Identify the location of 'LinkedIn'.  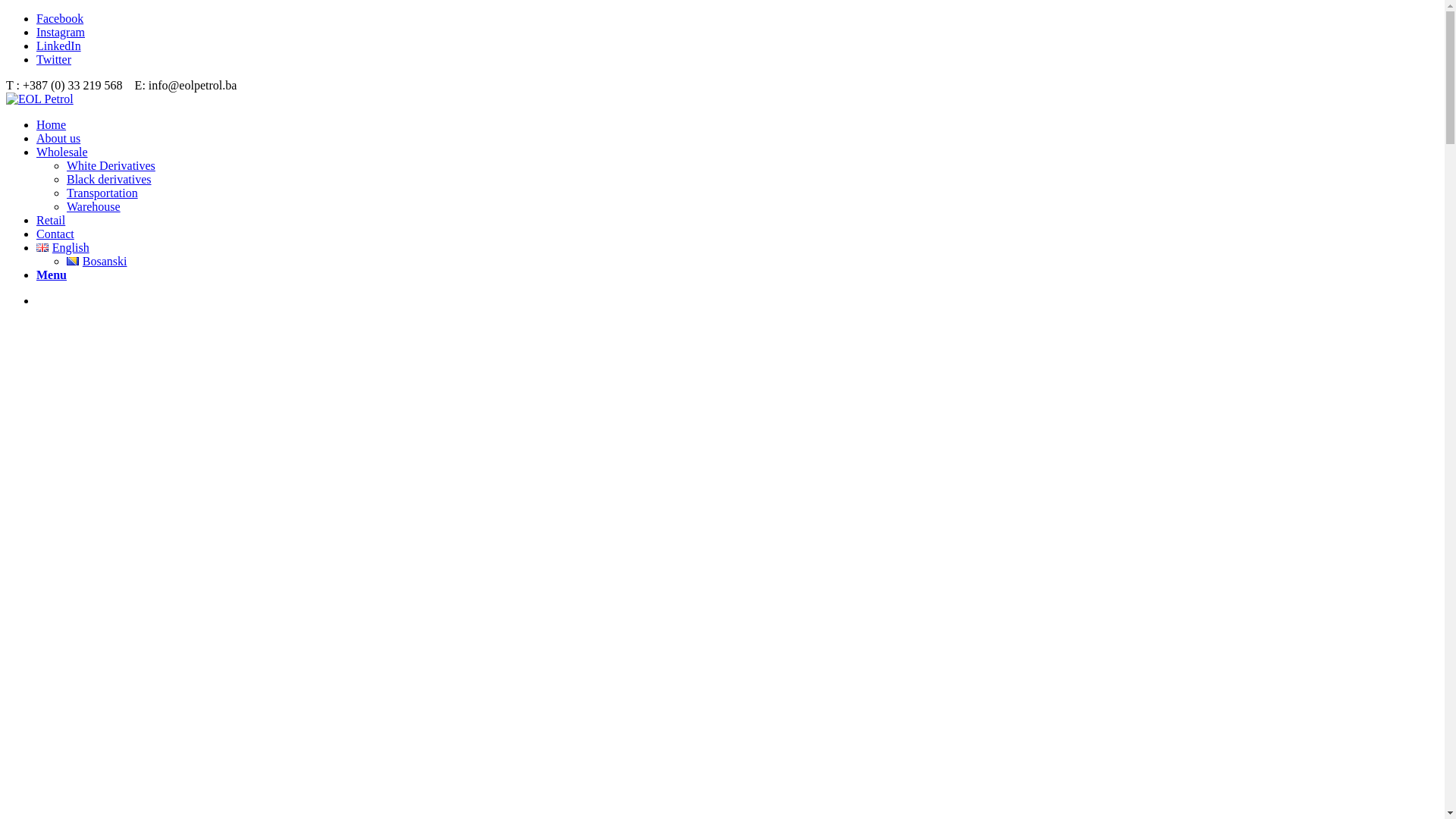
(36, 45).